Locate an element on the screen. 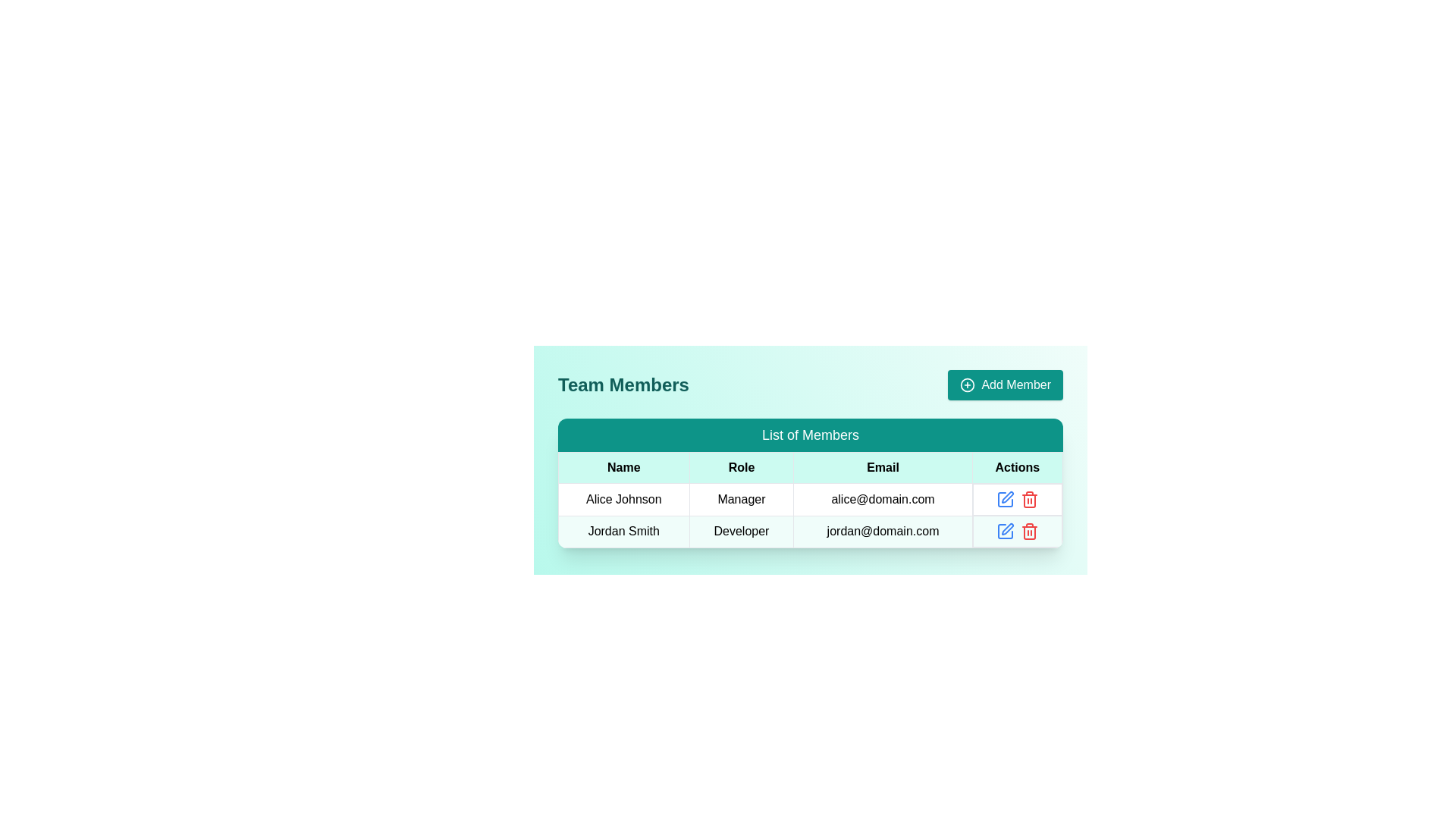 The image size is (1456, 819). the table header cell displaying the word 'Role', which is bordered with a gray line and located between the cells labeled 'Name' and 'Email' is located at coordinates (742, 467).